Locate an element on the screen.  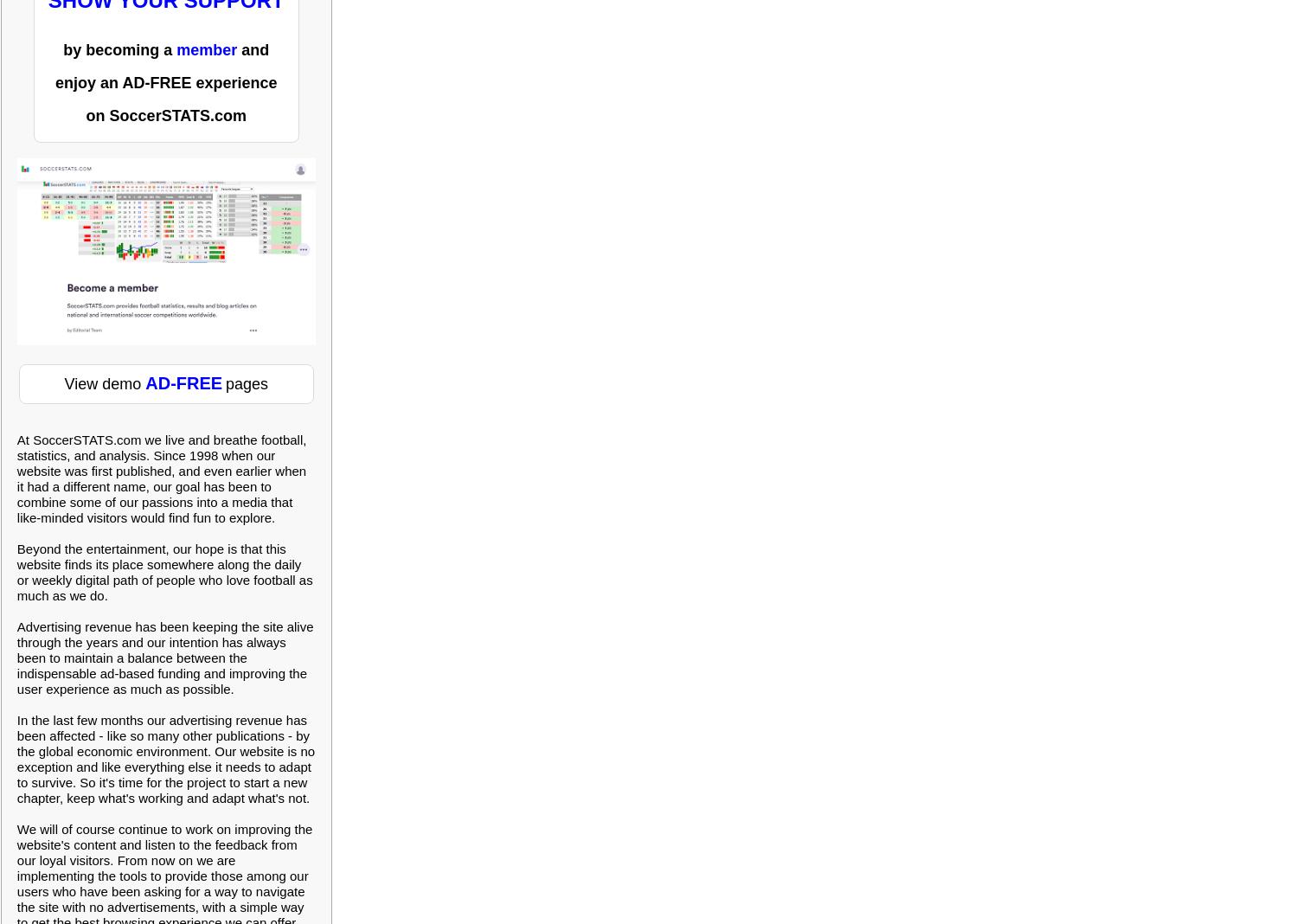
'At SoccerSTATS.com we live and breathe football, statistics, and analysis. Since 1998 when our website was first published, and even earlier when it had a different name, our goal has been to combine some of our passions into a media that like-minded visitors would find fun to explore.' is located at coordinates (16, 478).